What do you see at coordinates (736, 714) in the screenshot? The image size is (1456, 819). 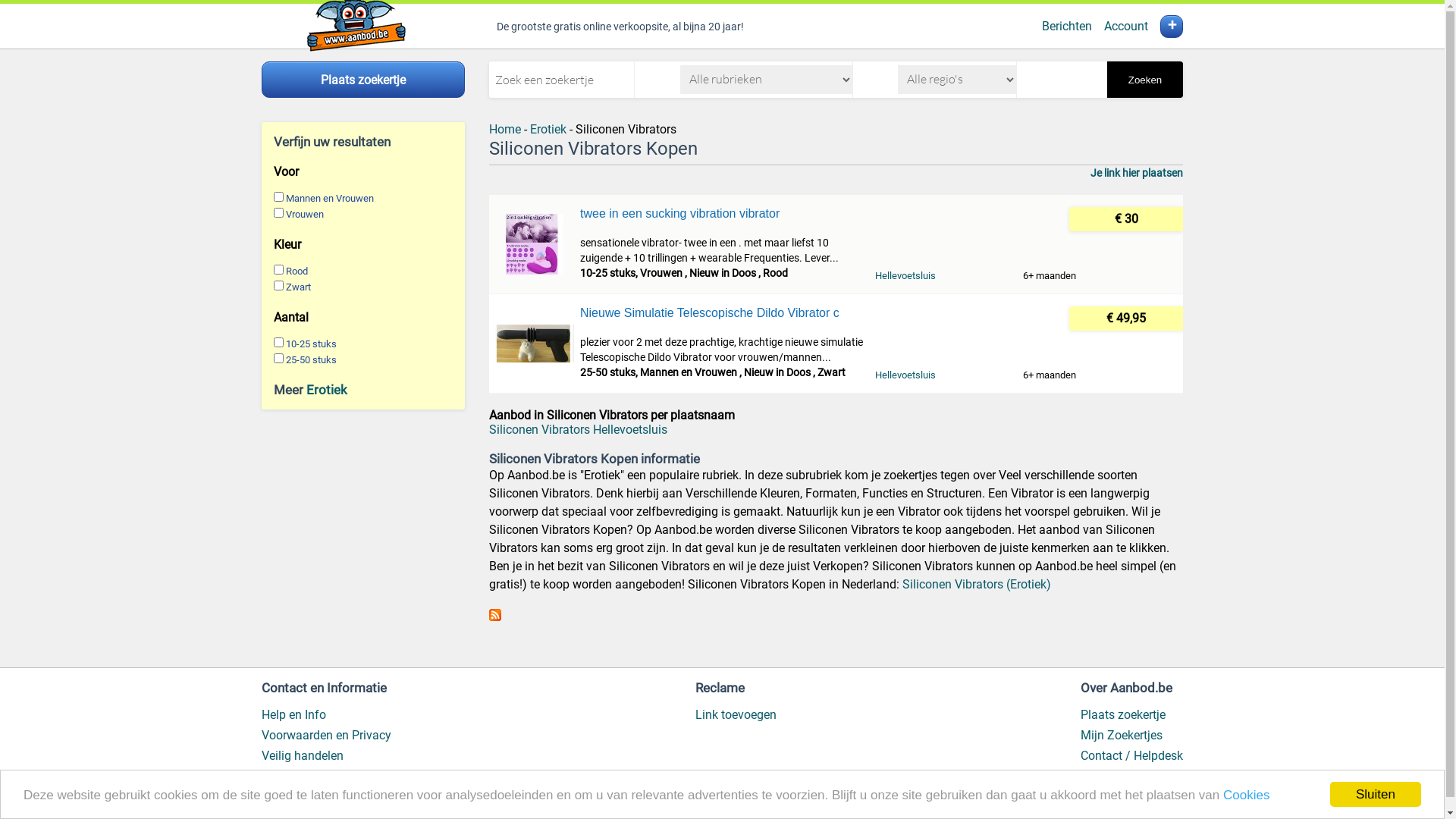 I see `'Link toevoegen'` at bounding box center [736, 714].